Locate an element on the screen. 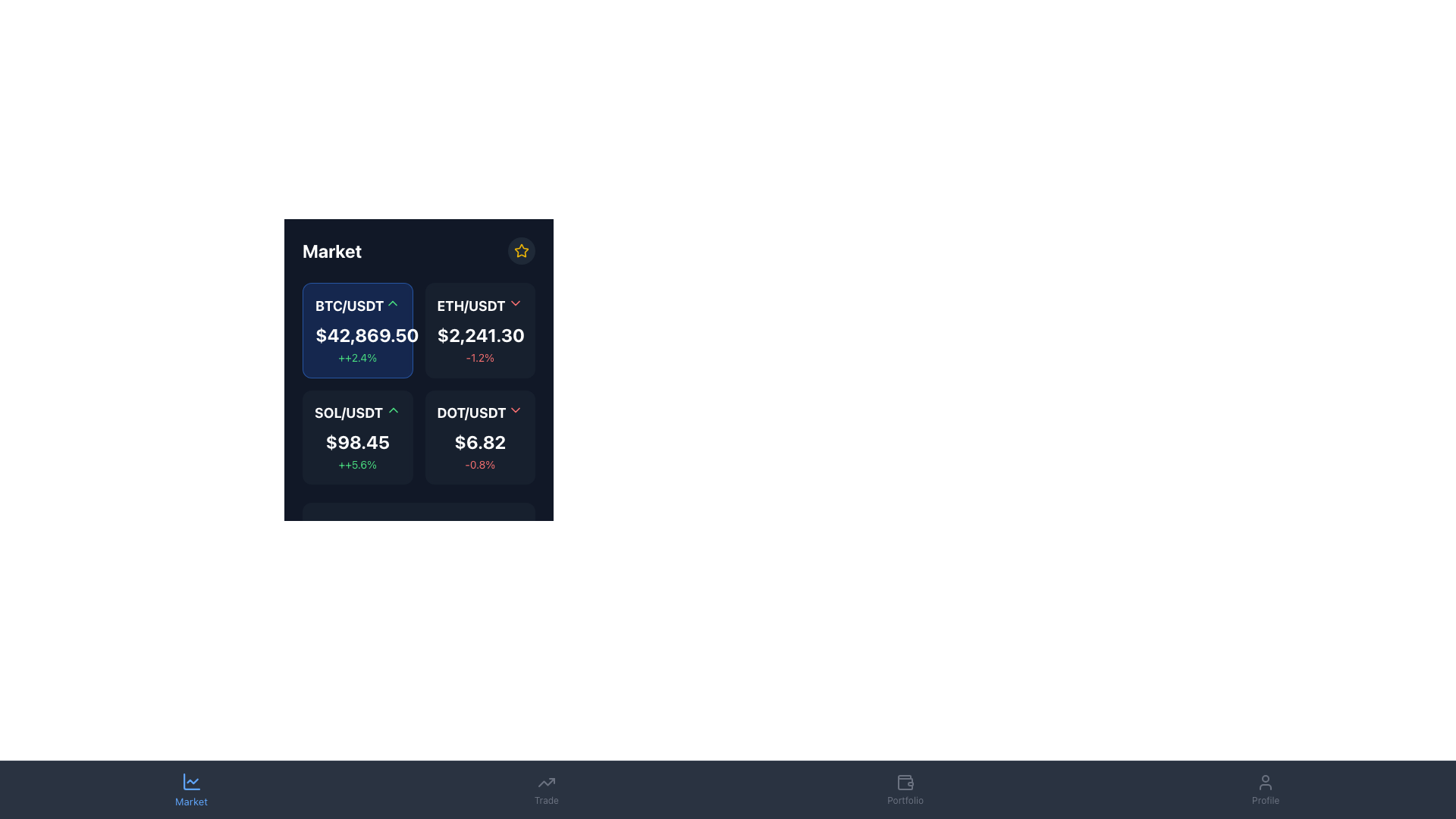 This screenshot has height=819, width=1456. the text content of the 'ETH/USDT' label displayed in bold white font against a dark background, located in the top row of the market data grid, to the right of the 'BTC/USDT' element is located at coordinates (470, 306).